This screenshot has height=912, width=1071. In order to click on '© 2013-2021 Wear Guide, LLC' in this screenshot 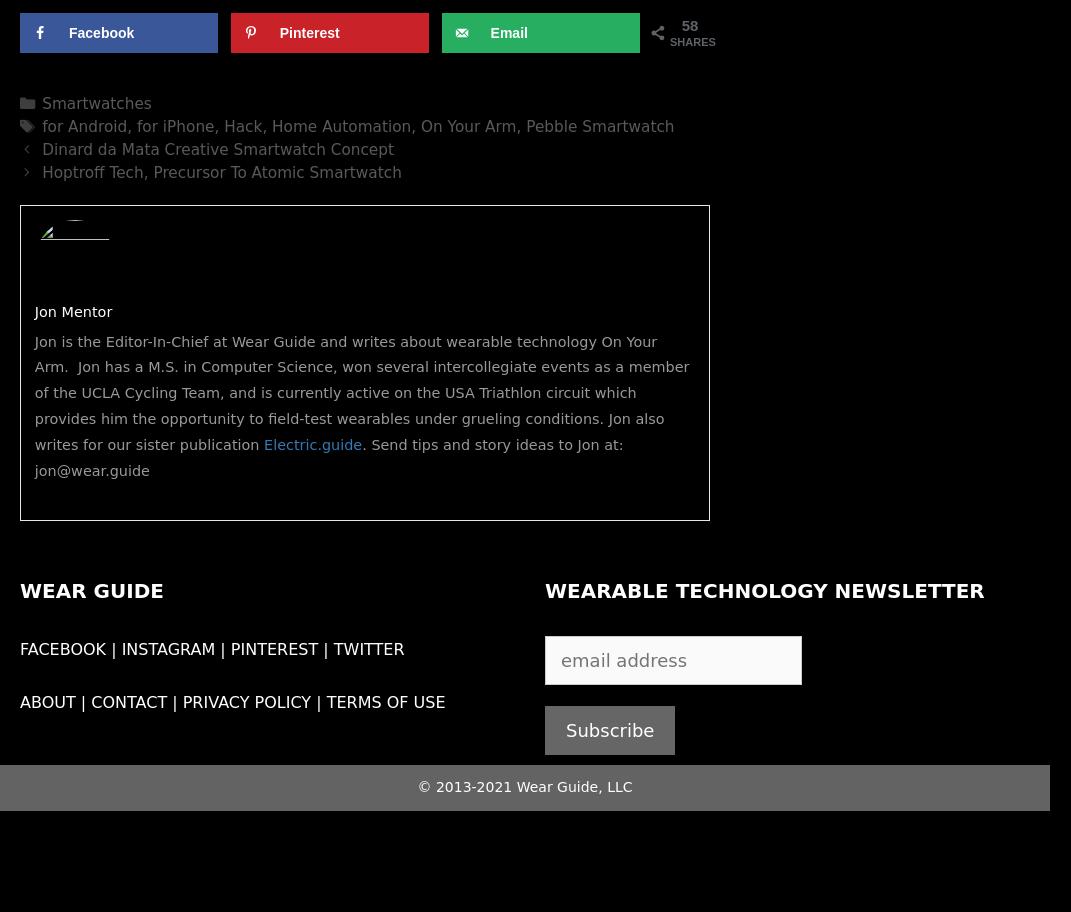, I will do `click(523, 786)`.